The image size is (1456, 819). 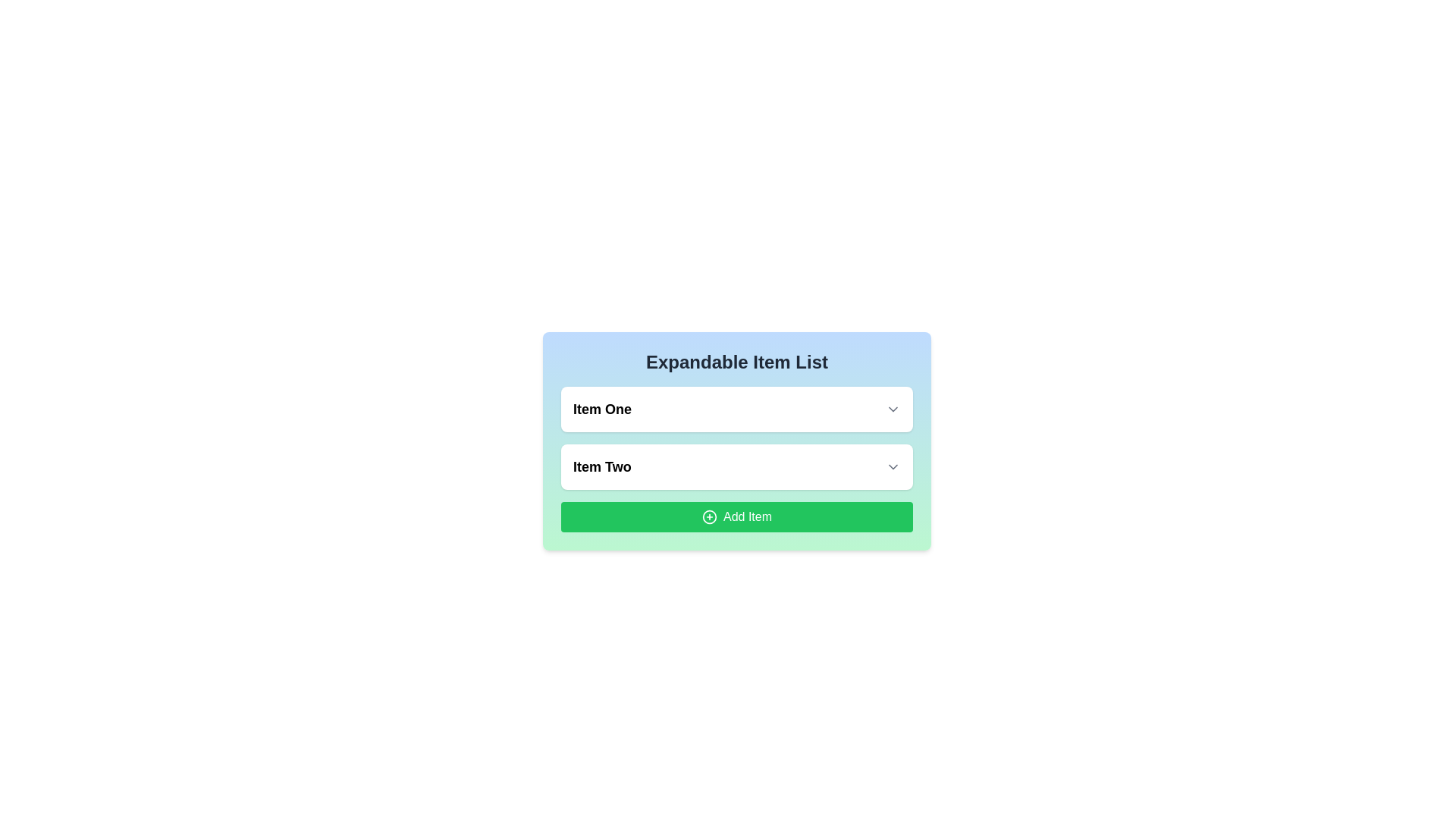 I want to click on the arrow of the dropdown menu item labeled 'Item Two' to visualize interactivity, so click(x=736, y=466).